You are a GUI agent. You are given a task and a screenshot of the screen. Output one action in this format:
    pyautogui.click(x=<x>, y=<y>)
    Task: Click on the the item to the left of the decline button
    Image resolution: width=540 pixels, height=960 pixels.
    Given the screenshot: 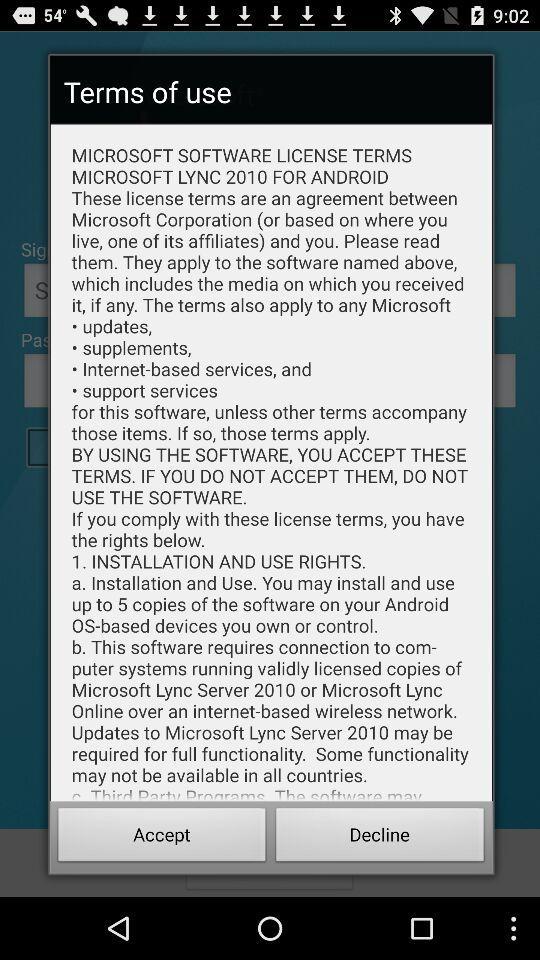 What is the action you would take?
    pyautogui.click(x=161, y=837)
    